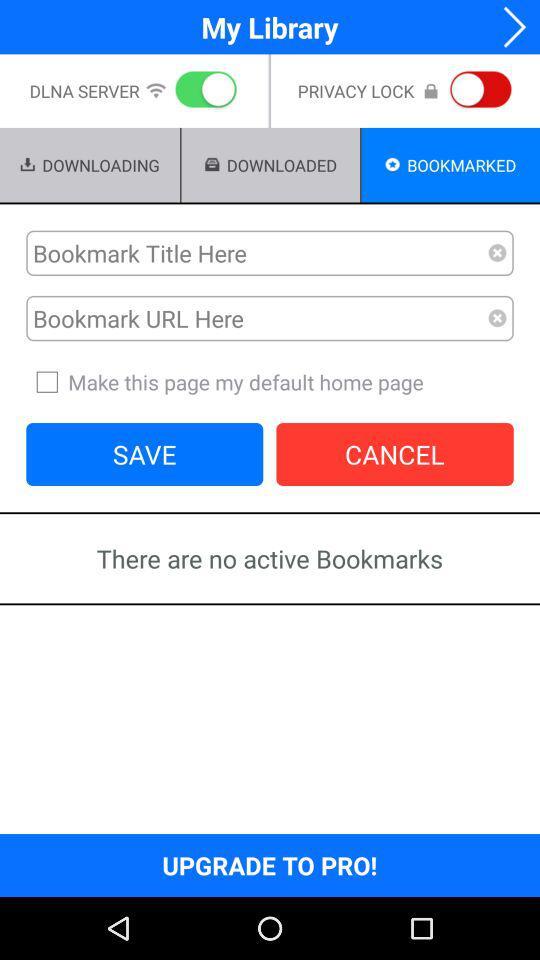 Image resolution: width=540 pixels, height=960 pixels. I want to click on bottom of bookmark url here, so click(270, 380).